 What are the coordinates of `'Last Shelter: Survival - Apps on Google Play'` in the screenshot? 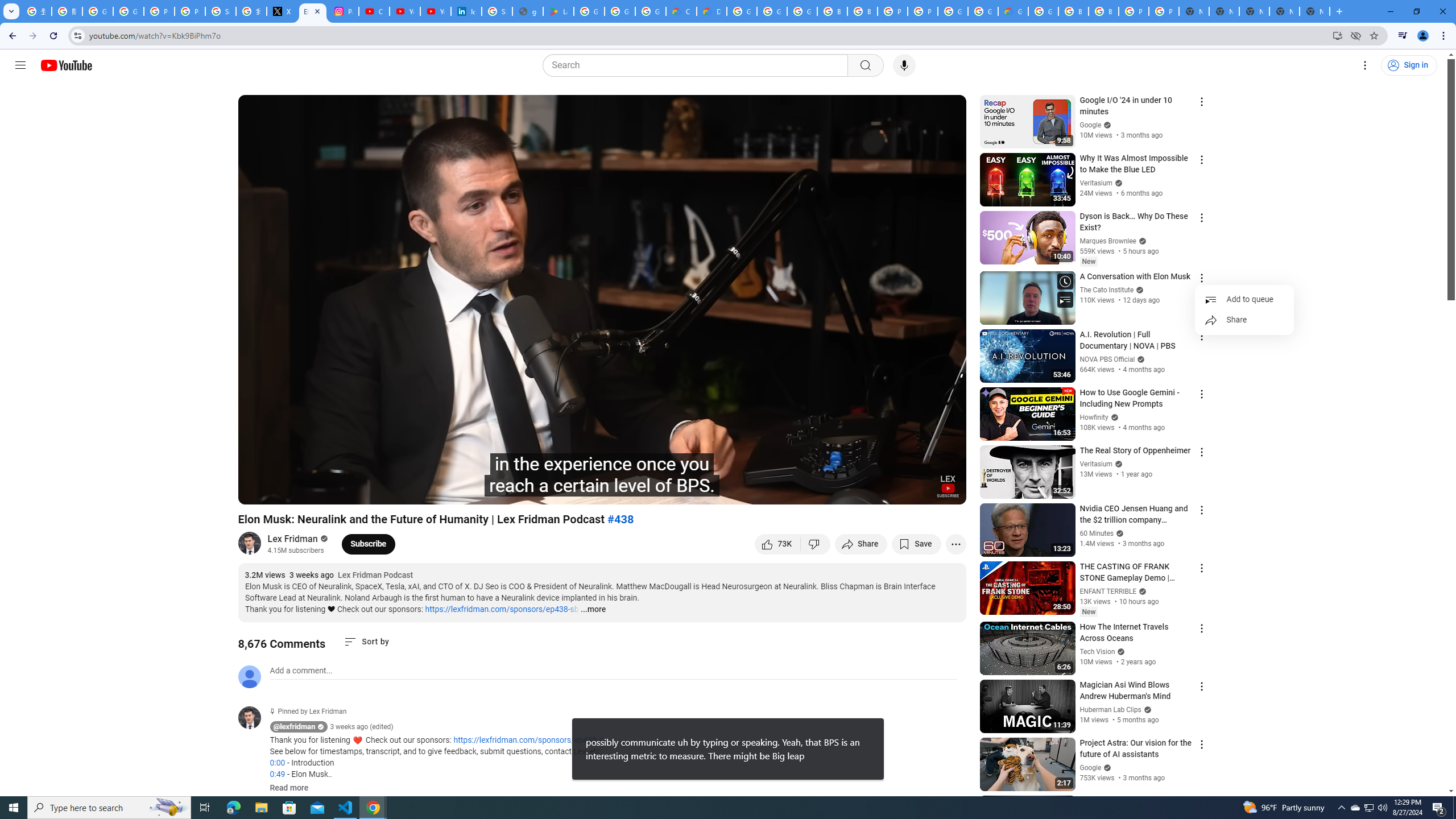 It's located at (559, 11).